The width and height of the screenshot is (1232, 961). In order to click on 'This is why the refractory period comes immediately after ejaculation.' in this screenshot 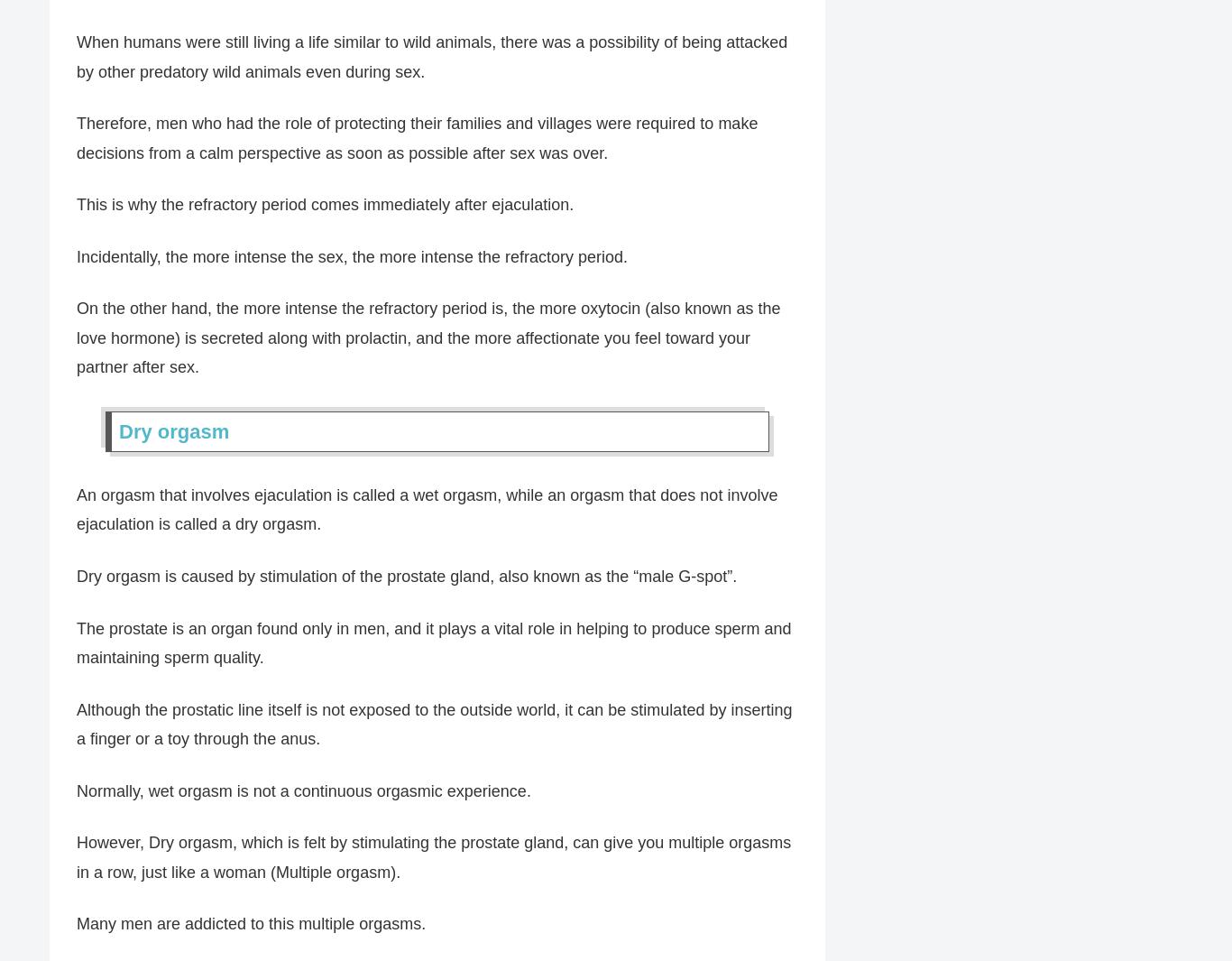, I will do `click(324, 203)`.